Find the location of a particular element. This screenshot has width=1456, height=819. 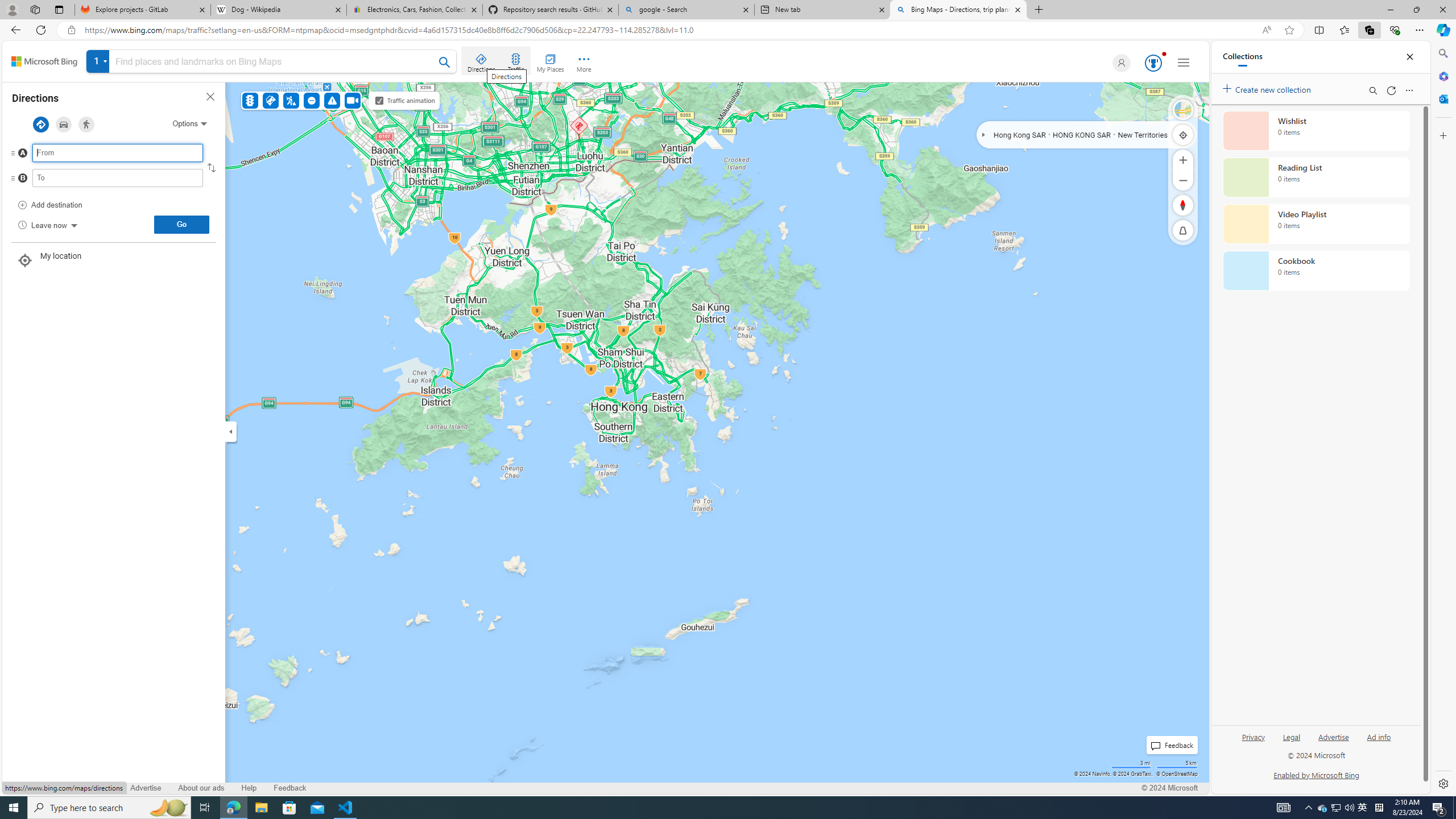

'Add destination' is located at coordinates (49, 205).